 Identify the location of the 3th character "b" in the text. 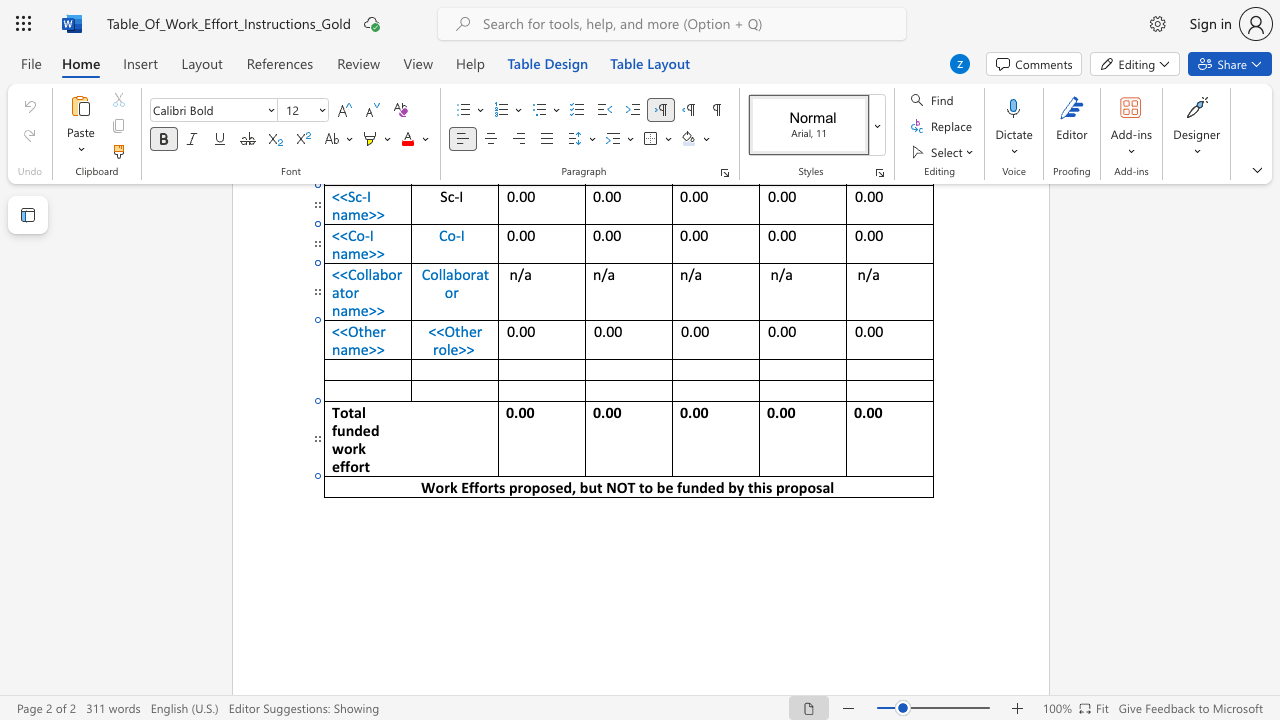
(731, 487).